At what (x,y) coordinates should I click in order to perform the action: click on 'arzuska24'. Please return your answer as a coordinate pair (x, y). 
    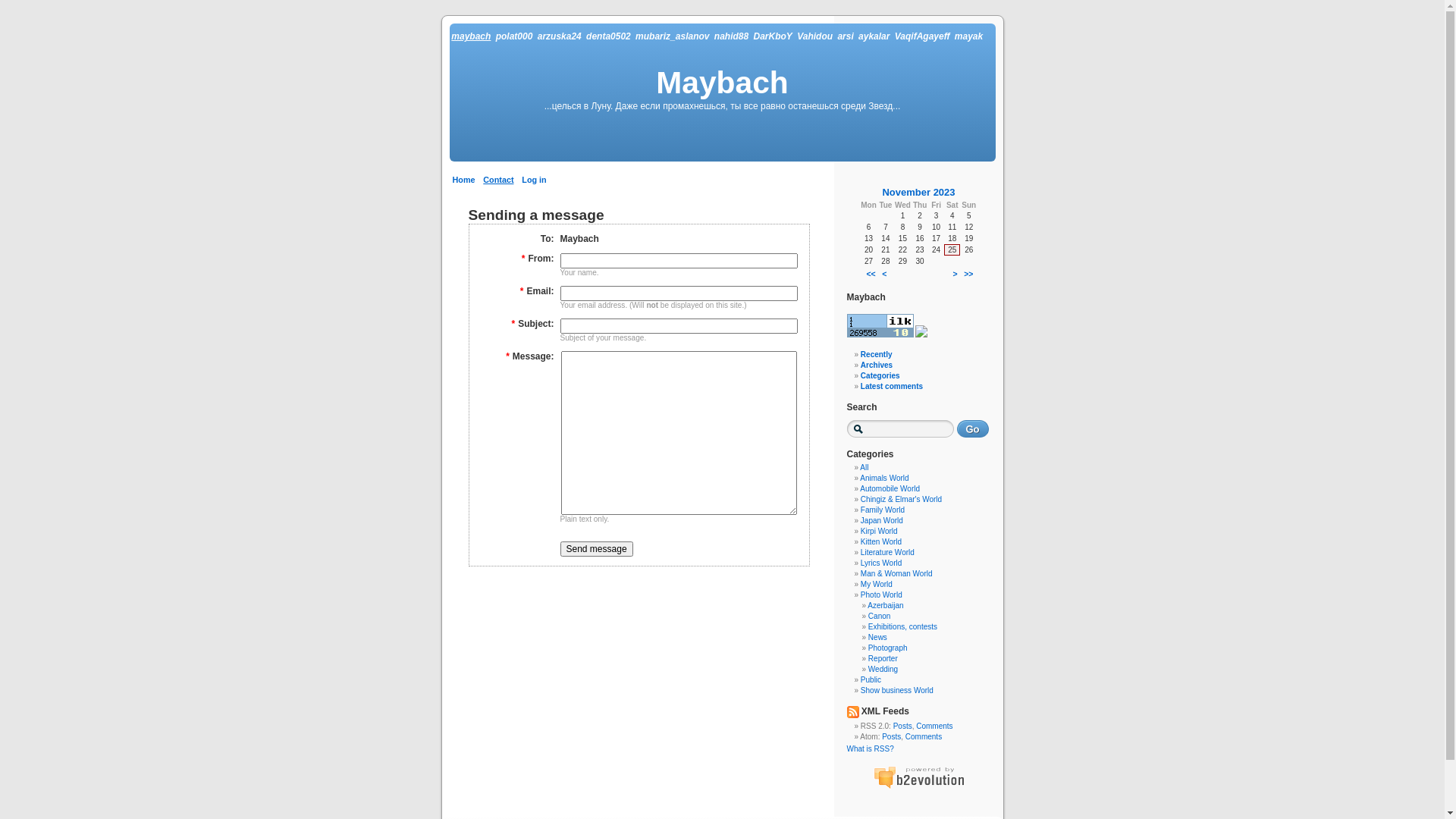
    Looking at the image, I should click on (538, 35).